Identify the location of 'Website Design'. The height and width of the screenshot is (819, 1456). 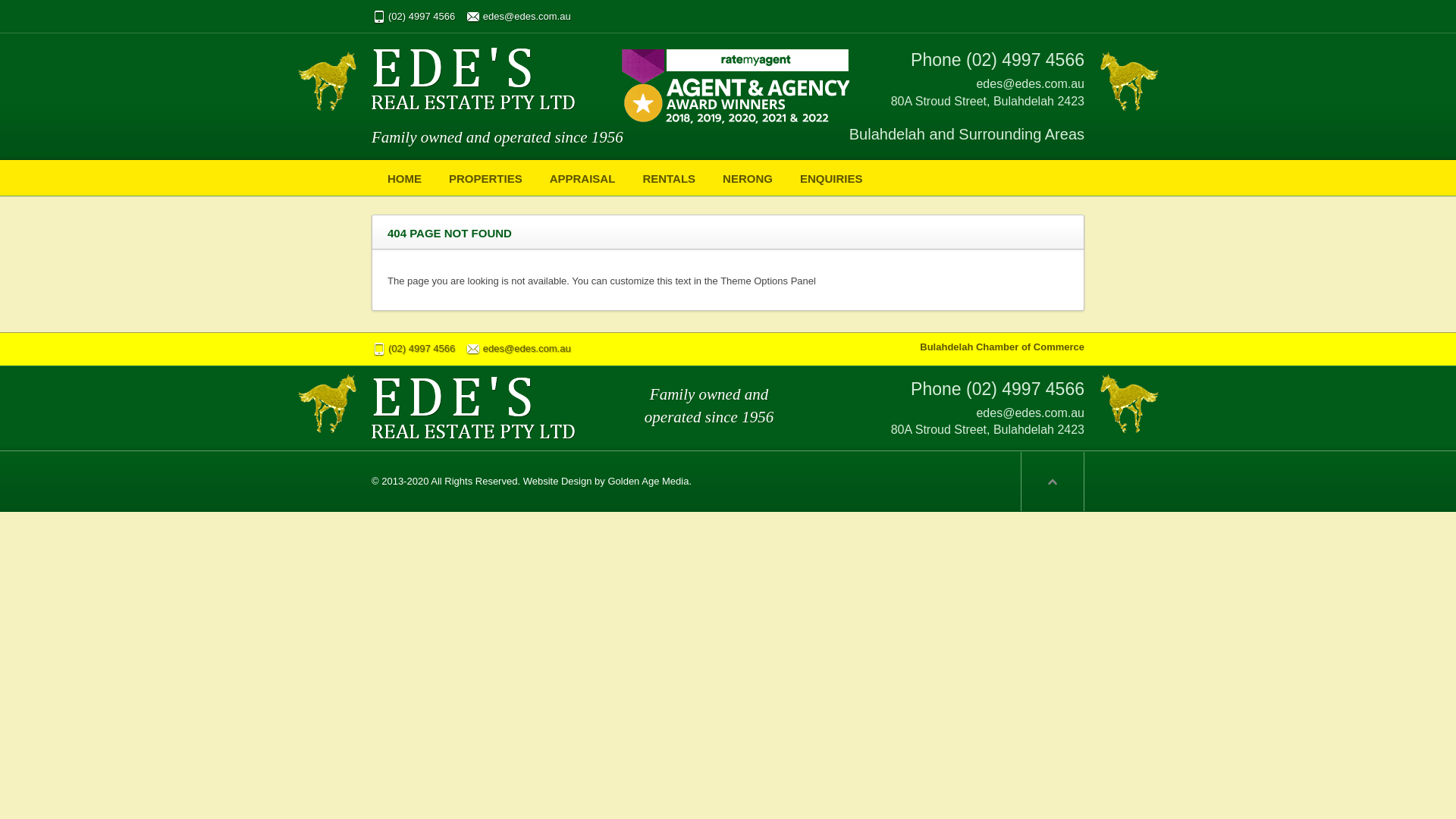
(557, 481).